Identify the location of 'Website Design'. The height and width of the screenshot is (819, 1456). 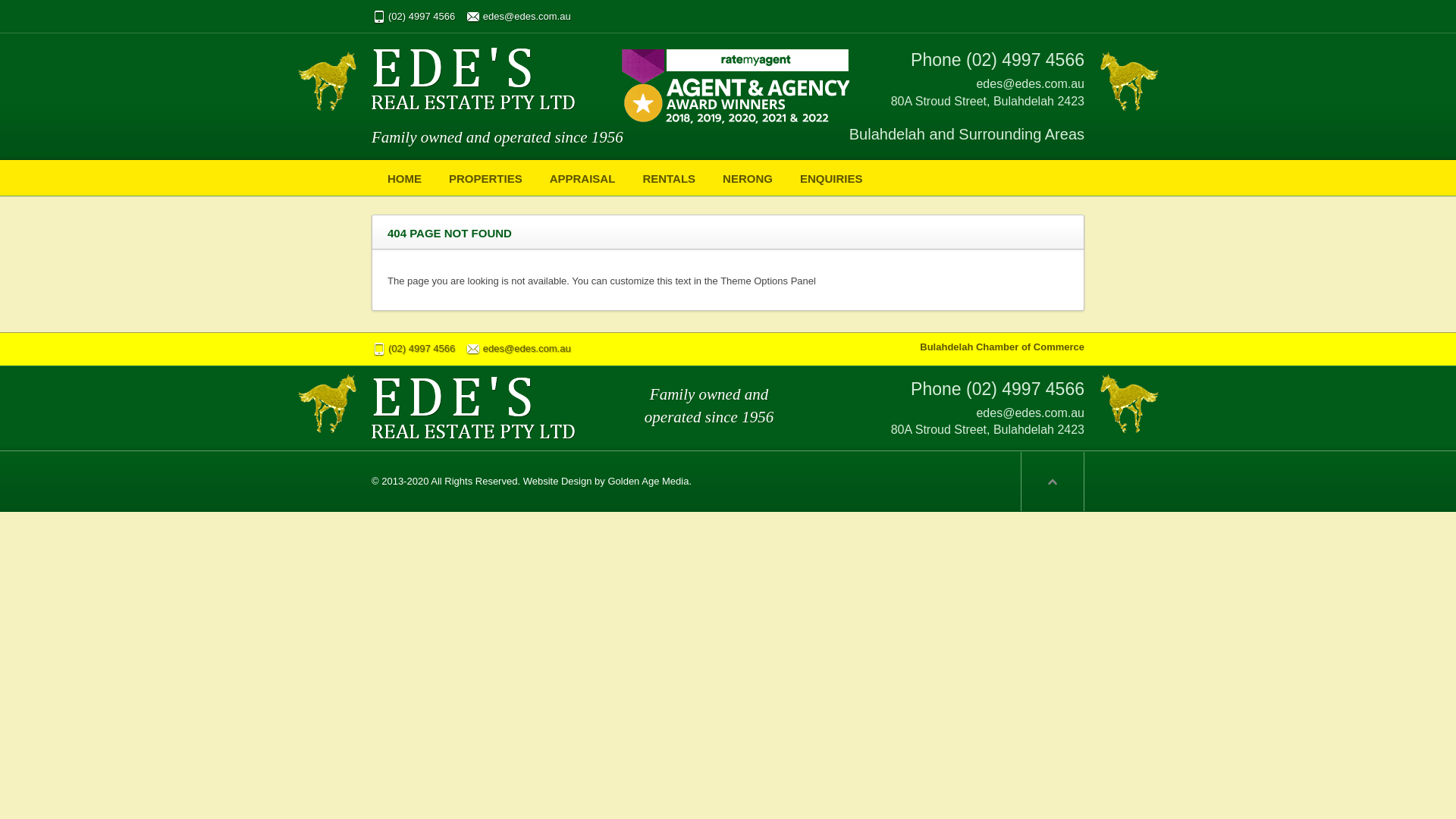
(557, 481).